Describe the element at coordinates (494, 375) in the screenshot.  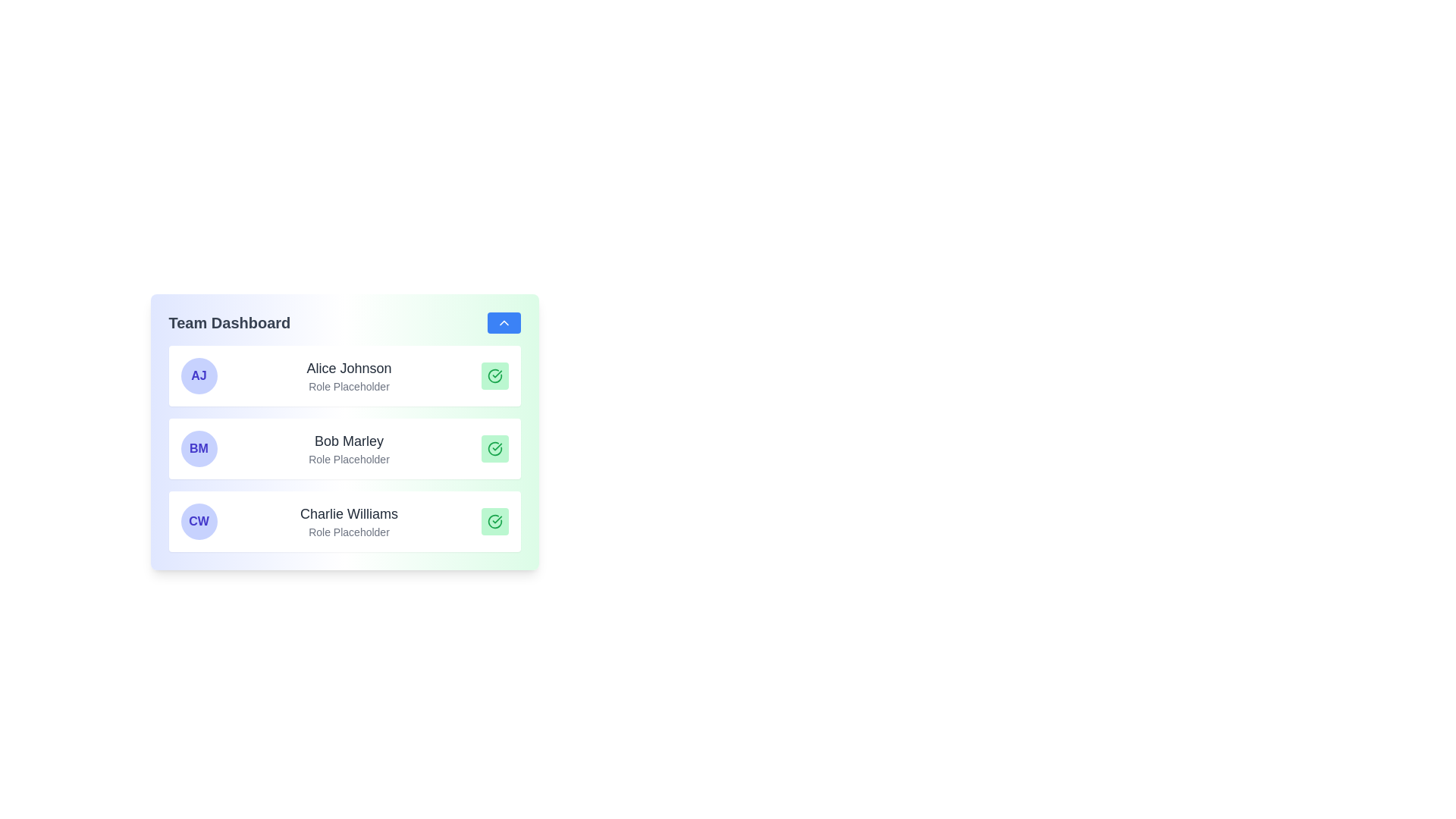
I see `the circular icon with a green outline and check mark, located in the first row of the dashboard list next to 'Alice Johnson, Role Placeholder'` at that location.